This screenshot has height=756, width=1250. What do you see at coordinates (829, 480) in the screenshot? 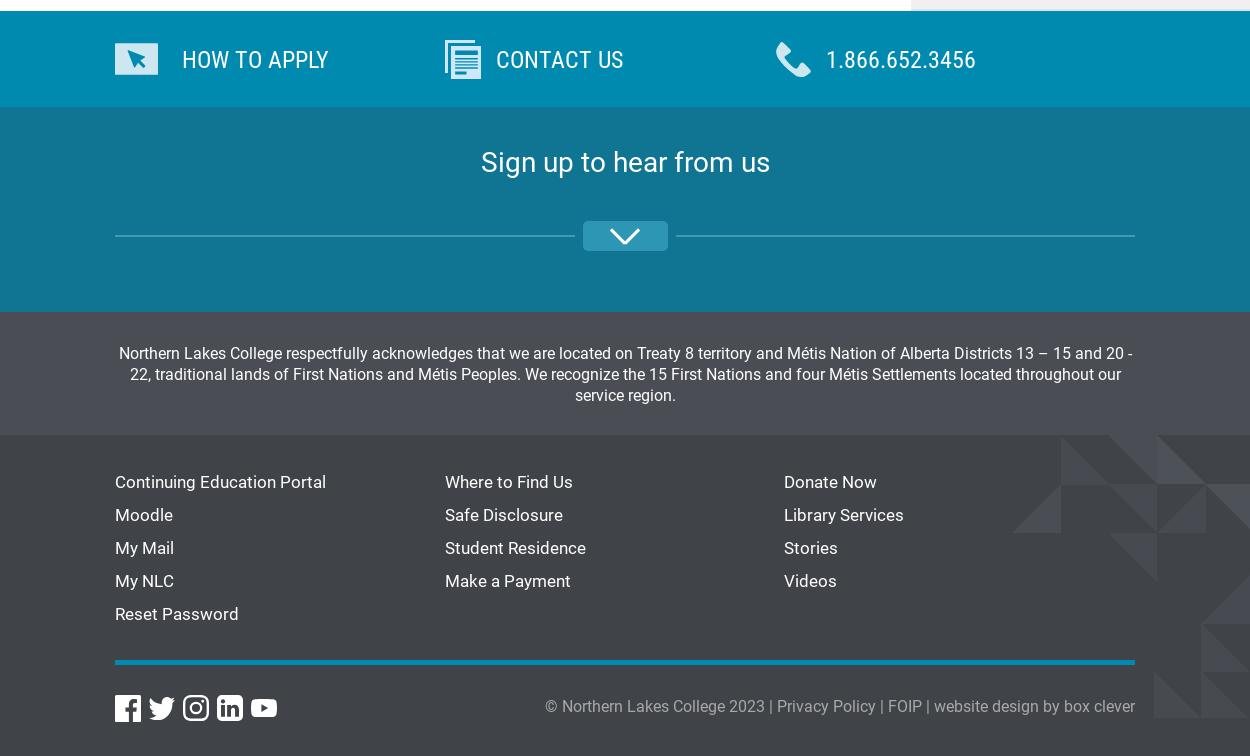
I see `'Donate Now'` at bounding box center [829, 480].